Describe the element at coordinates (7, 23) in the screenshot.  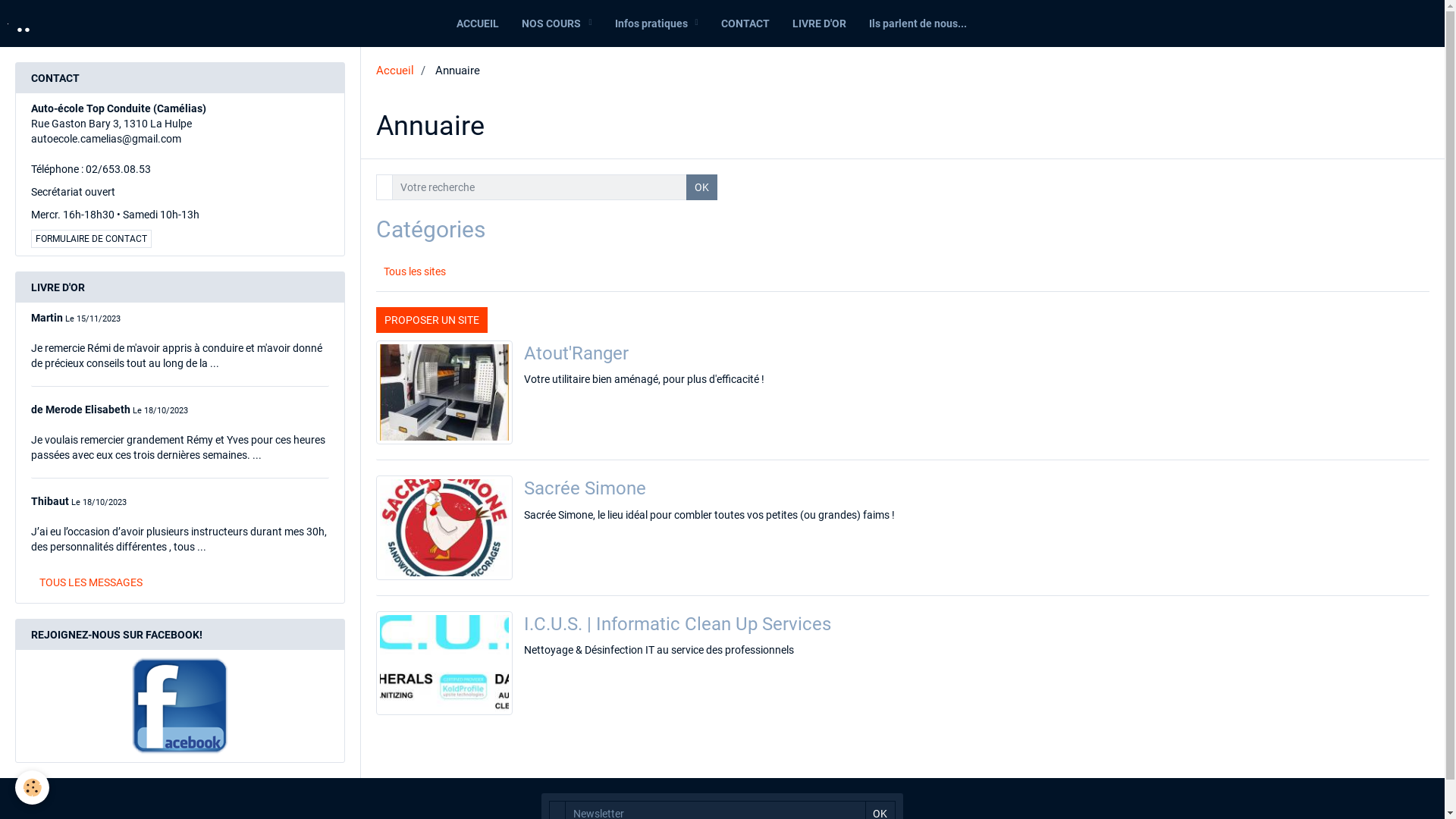
I see `'..'` at that location.